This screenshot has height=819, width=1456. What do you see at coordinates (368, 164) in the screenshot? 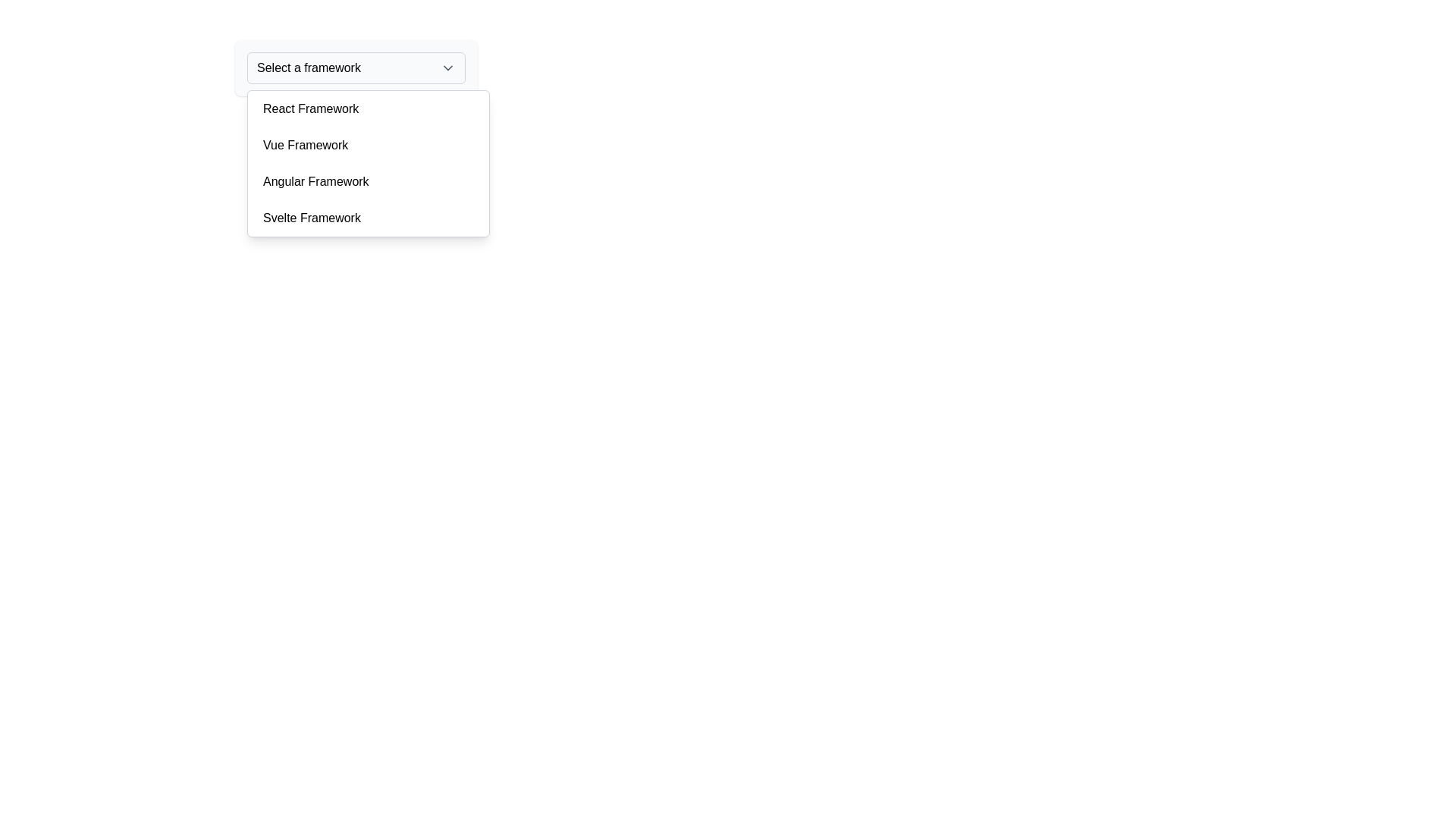
I see `the second option ('Vue Framework') in the dropdown menu` at bounding box center [368, 164].